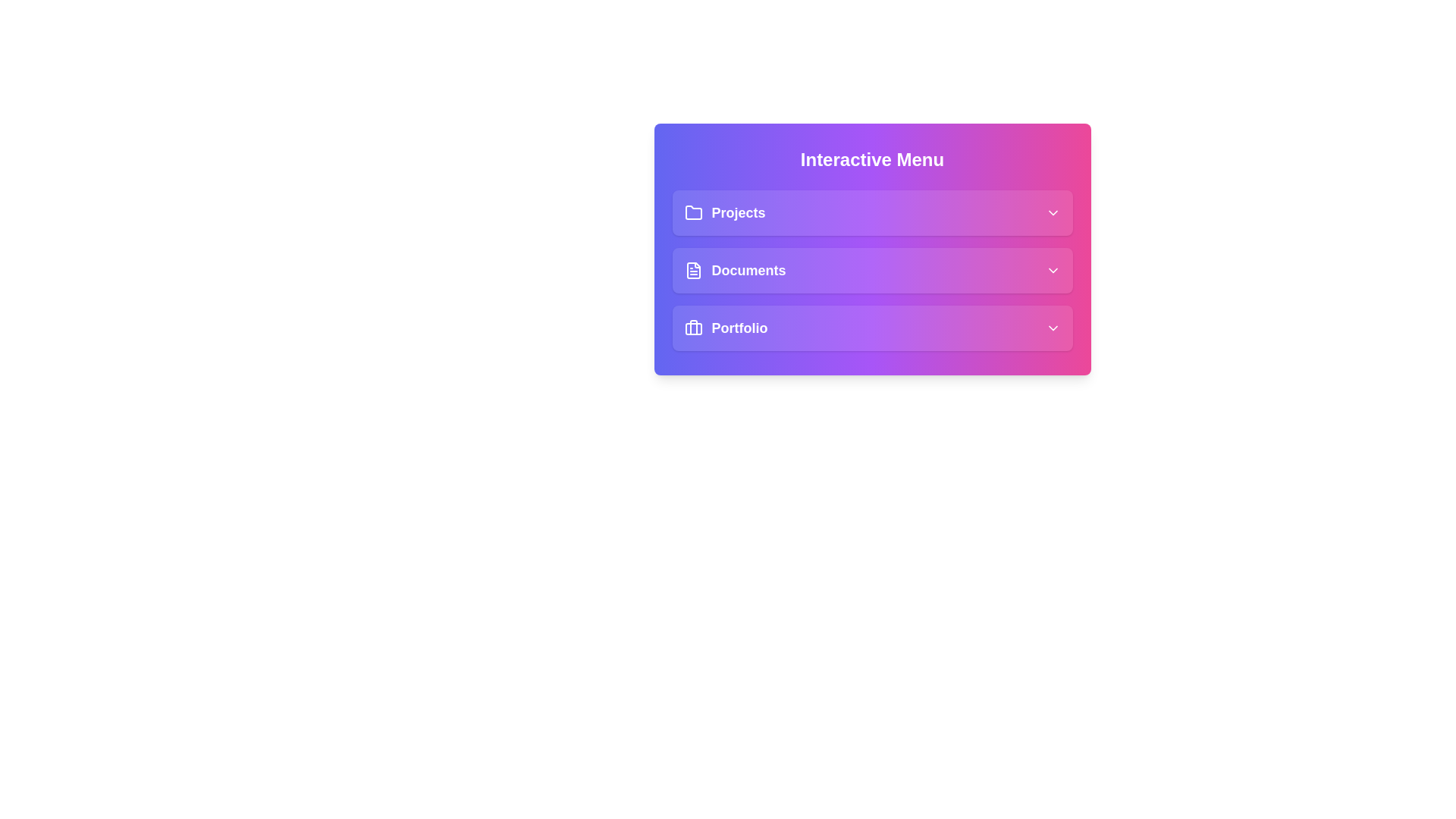 The width and height of the screenshot is (1456, 819). Describe the element at coordinates (872, 270) in the screenshot. I see `the 'Documents' tab, which is the second tab in the vertical menu` at that location.